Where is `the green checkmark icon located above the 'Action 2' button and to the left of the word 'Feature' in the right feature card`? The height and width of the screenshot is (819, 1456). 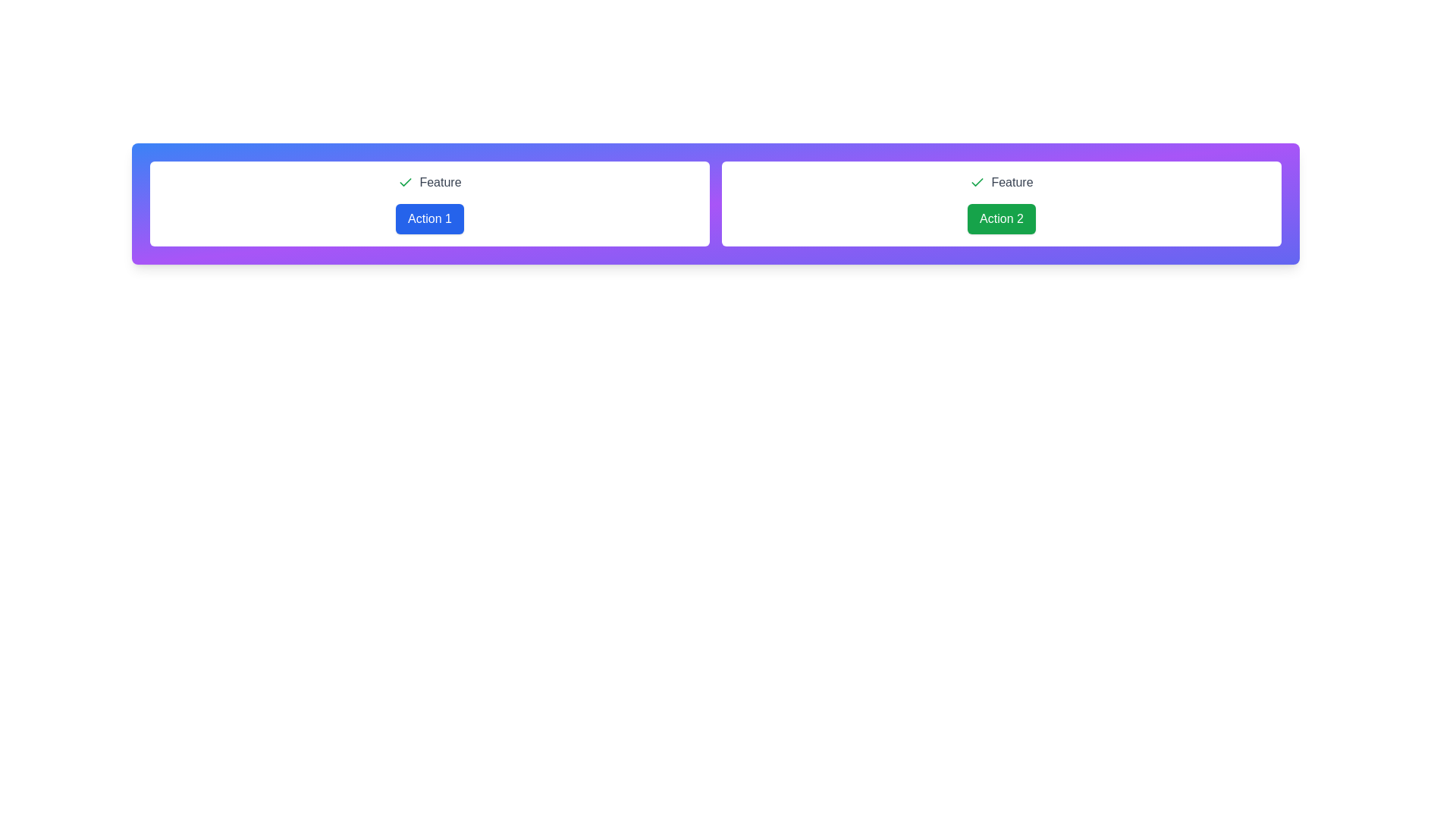
the green checkmark icon located above the 'Action 2' button and to the left of the word 'Feature' in the right feature card is located at coordinates (406, 181).